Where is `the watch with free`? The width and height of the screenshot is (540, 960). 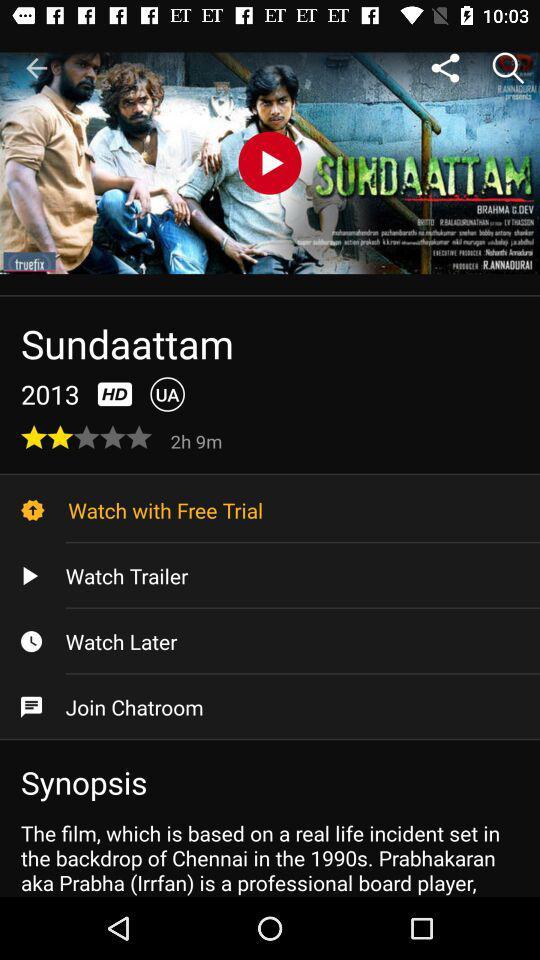 the watch with free is located at coordinates (270, 509).